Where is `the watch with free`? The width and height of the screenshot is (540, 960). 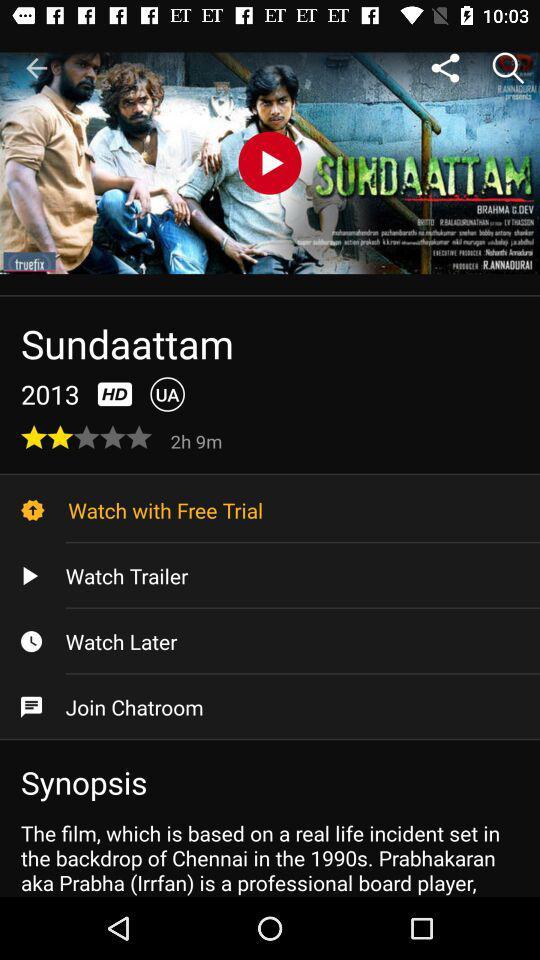 the watch with free is located at coordinates (270, 509).